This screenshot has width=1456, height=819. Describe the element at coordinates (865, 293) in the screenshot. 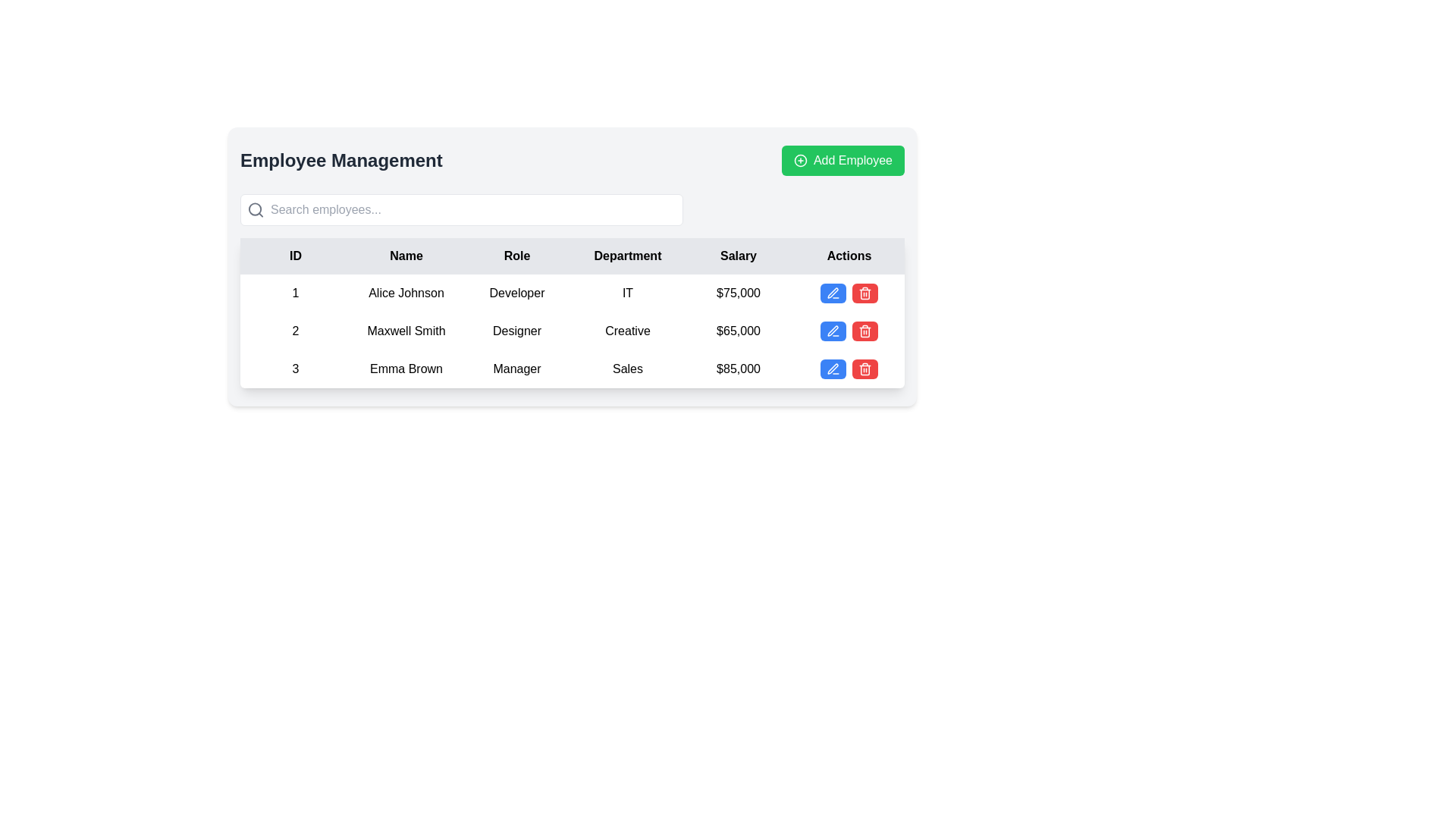

I see `the delete button icon in the Actions column of the third row, associated with Emma Brown` at that location.